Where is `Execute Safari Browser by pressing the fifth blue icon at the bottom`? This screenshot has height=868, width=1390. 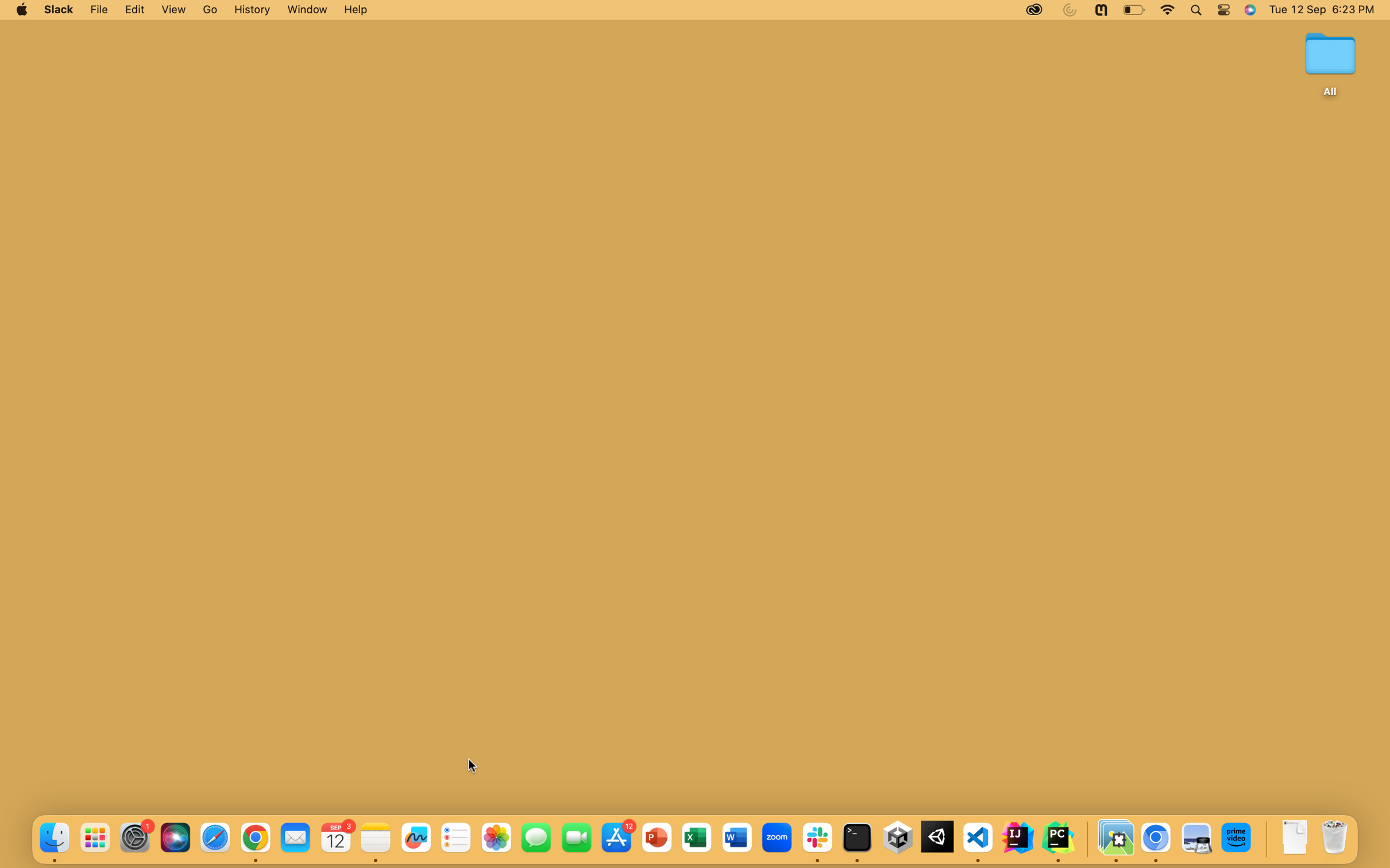
Execute Safari Browser by pressing the fifth blue icon at the bottom is located at coordinates (215, 838).